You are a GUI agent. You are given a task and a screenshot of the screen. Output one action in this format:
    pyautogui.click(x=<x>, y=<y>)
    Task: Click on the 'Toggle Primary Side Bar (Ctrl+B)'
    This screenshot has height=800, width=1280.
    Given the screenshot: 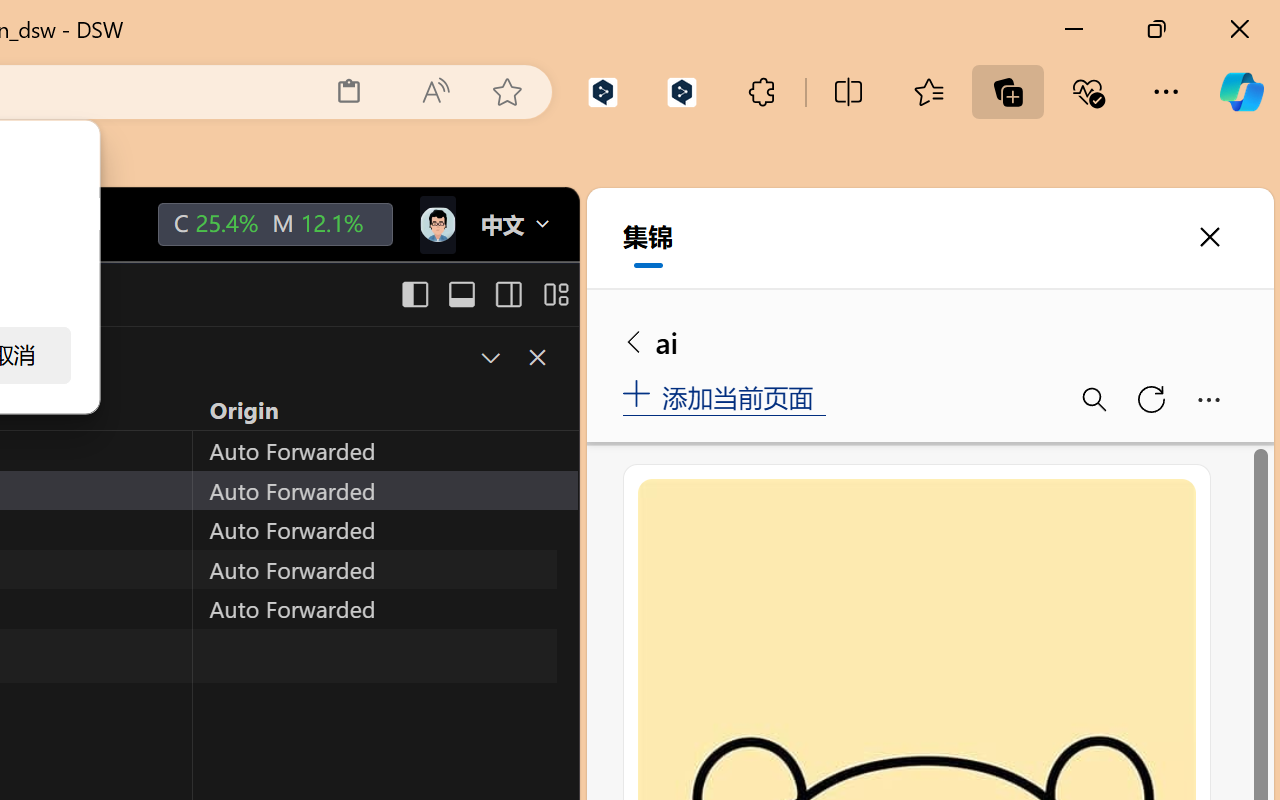 What is the action you would take?
    pyautogui.click(x=413, y=294)
    